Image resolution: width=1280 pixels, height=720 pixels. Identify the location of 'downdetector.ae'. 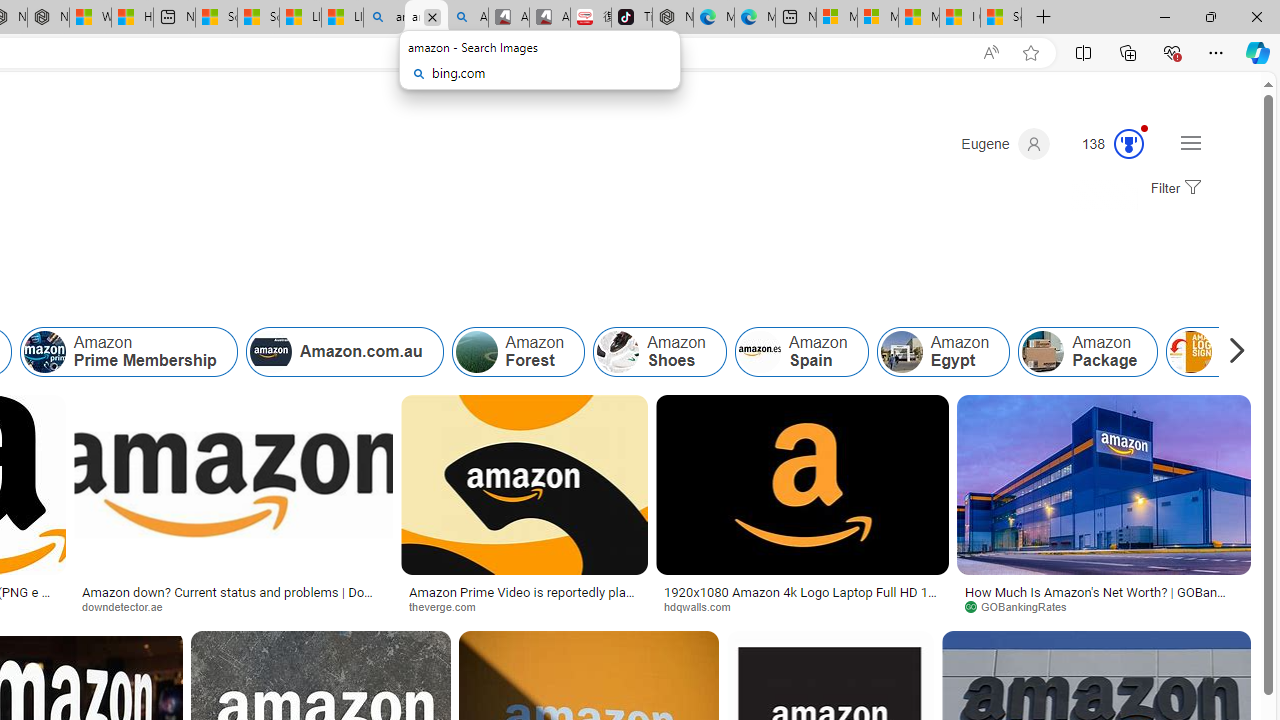
(233, 605).